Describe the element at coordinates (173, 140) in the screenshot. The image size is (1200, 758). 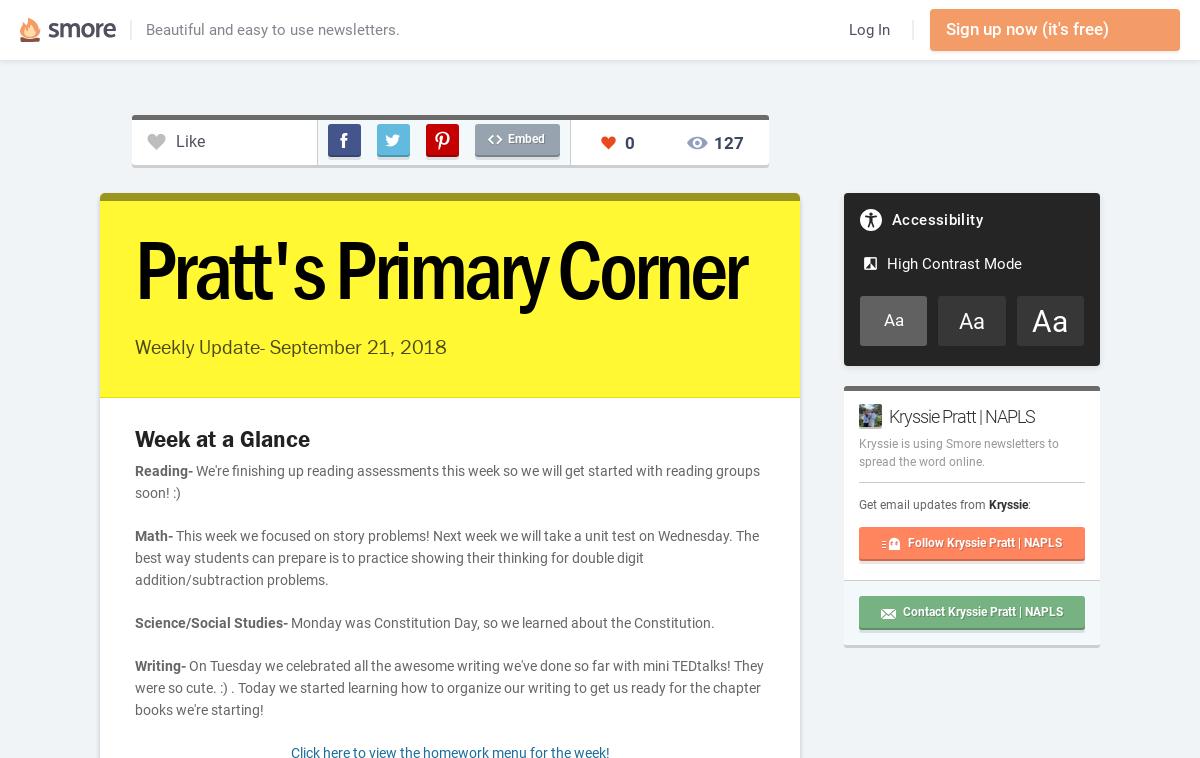
I see `'Like'` at that location.